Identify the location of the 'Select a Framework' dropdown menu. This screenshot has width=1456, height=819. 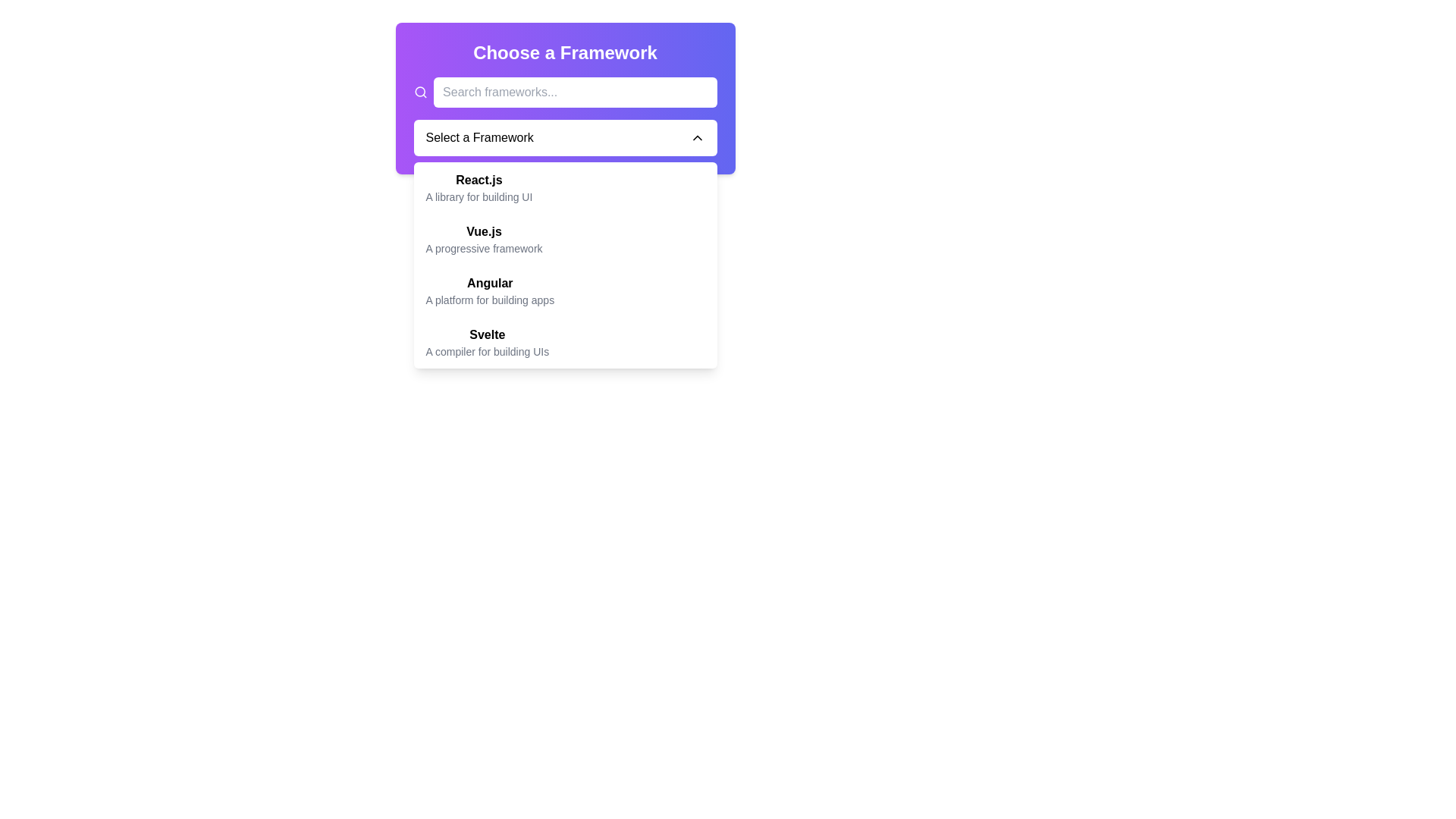
(564, 116).